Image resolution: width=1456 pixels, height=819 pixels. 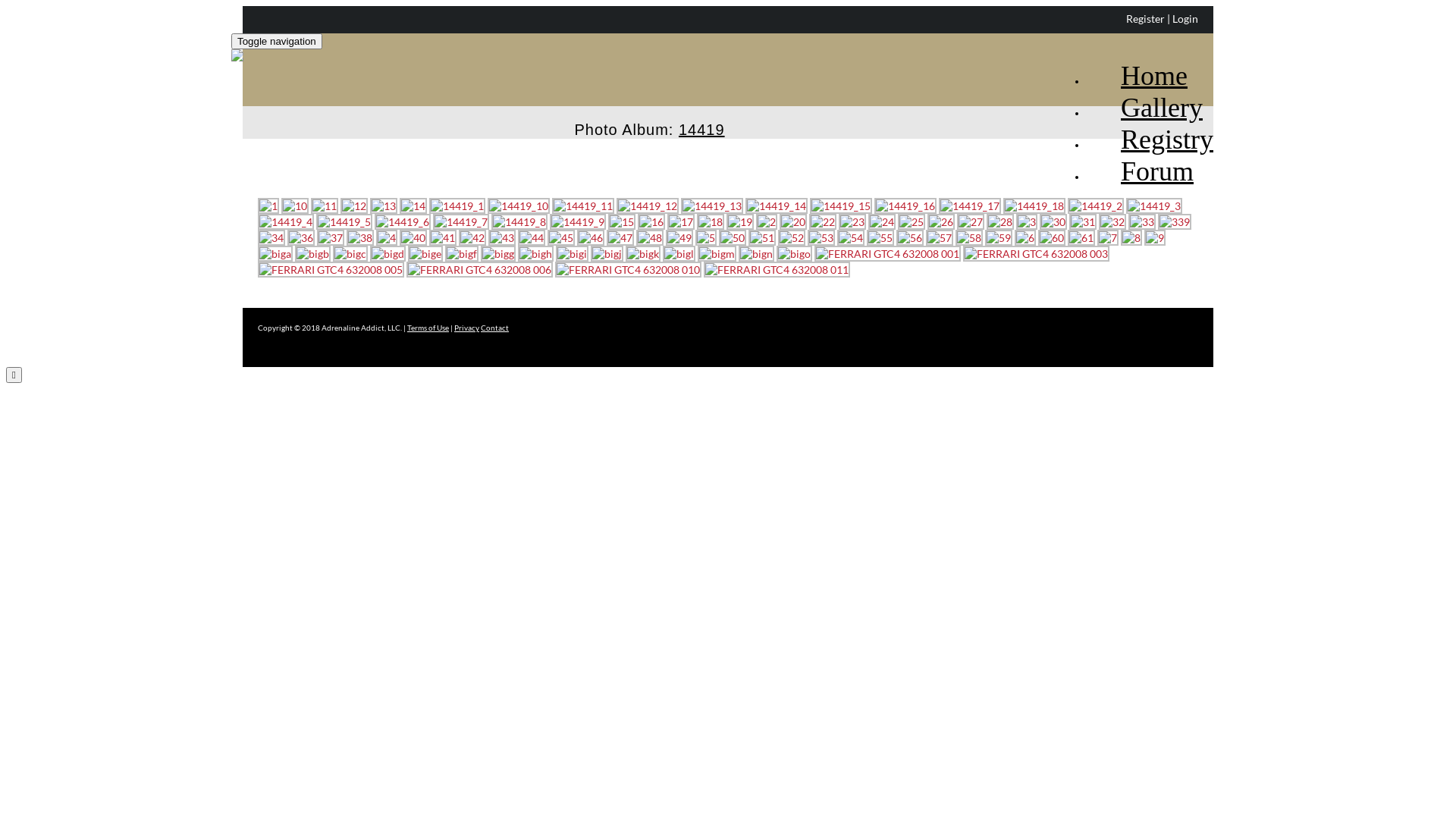 What do you see at coordinates (637, 221) in the screenshot?
I see `'16 (click to enlarge)'` at bounding box center [637, 221].